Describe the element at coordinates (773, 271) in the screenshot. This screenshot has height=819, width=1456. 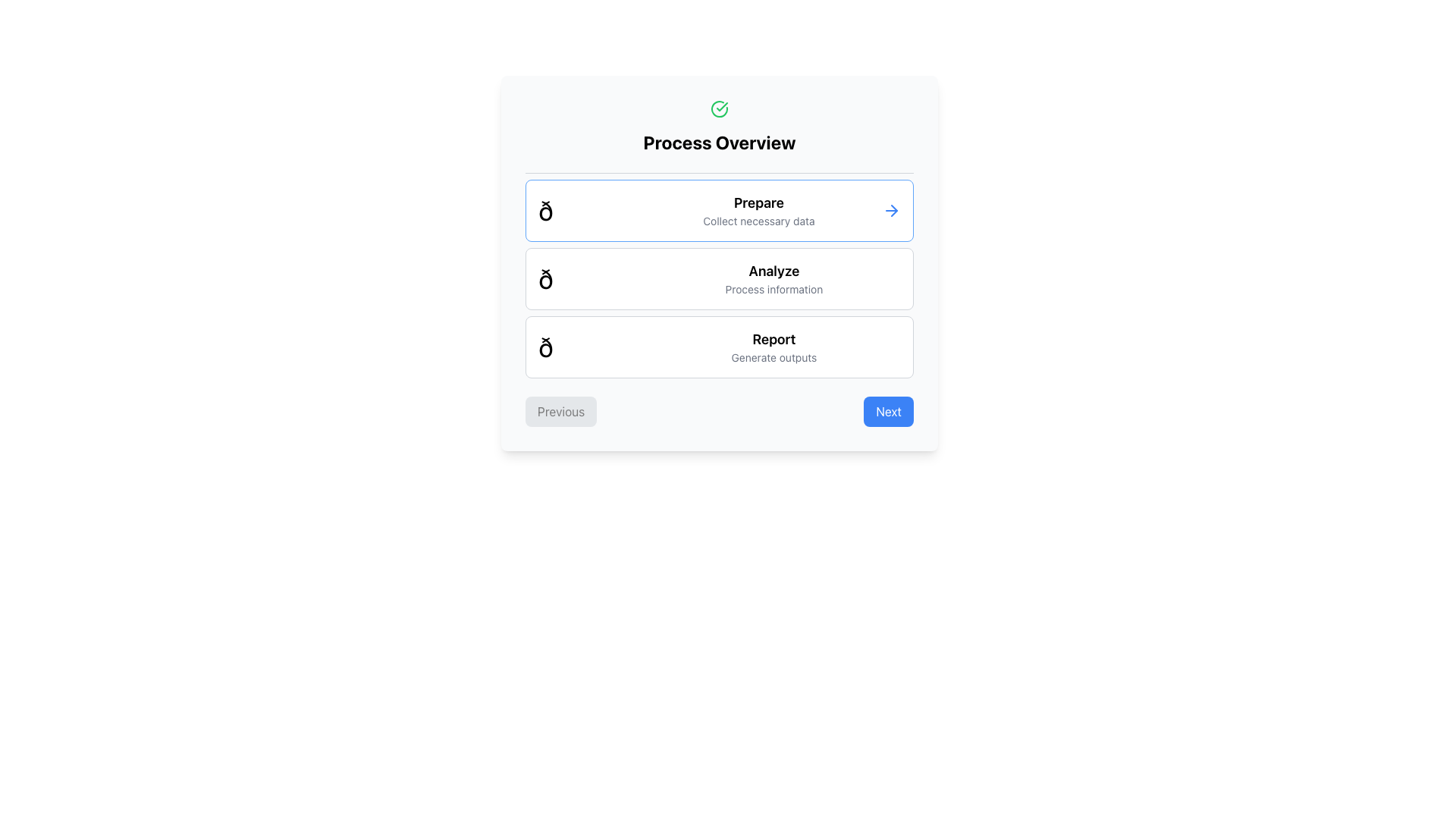
I see `the static text label indicating the Analyze step` at that location.